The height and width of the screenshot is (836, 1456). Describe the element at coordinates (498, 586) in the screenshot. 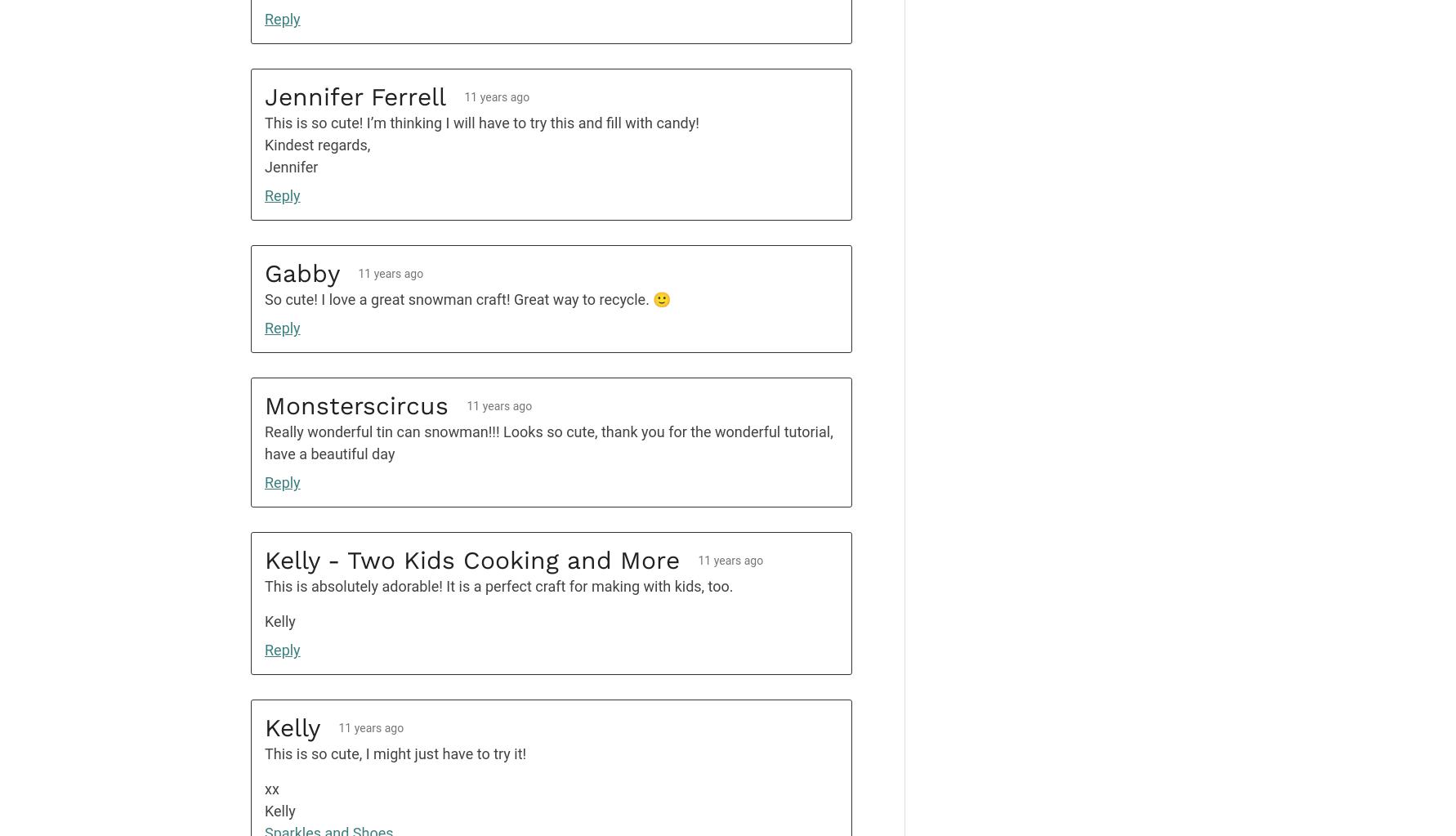

I see `'This is absolutely adorable! It is a perfect craft for making with kids, too.'` at that location.